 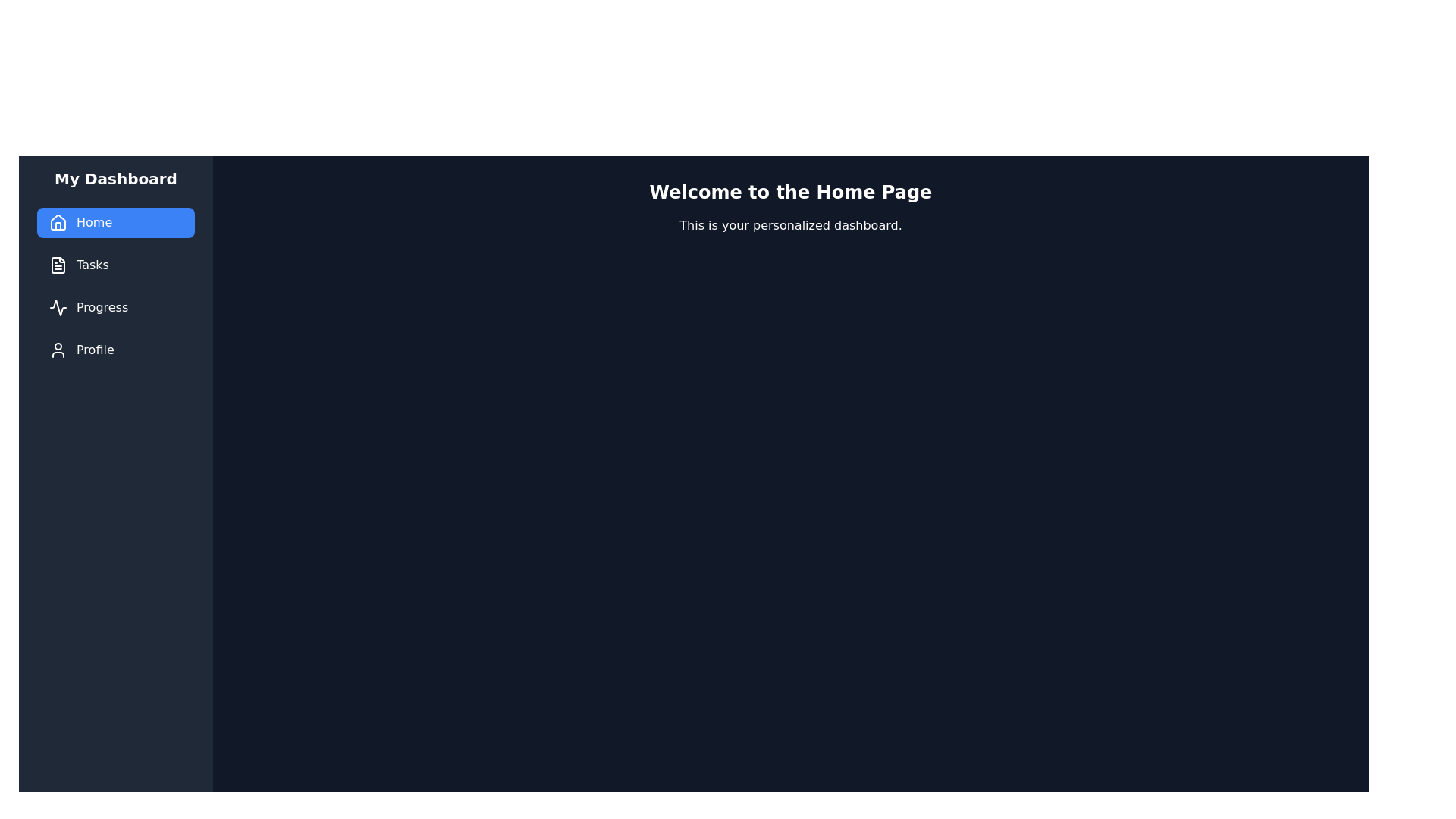 What do you see at coordinates (115, 350) in the screenshot?
I see `the profile navigation button located at the bottom of the vertical menu on the left-hand side of the interface` at bounding box center [115, 350].